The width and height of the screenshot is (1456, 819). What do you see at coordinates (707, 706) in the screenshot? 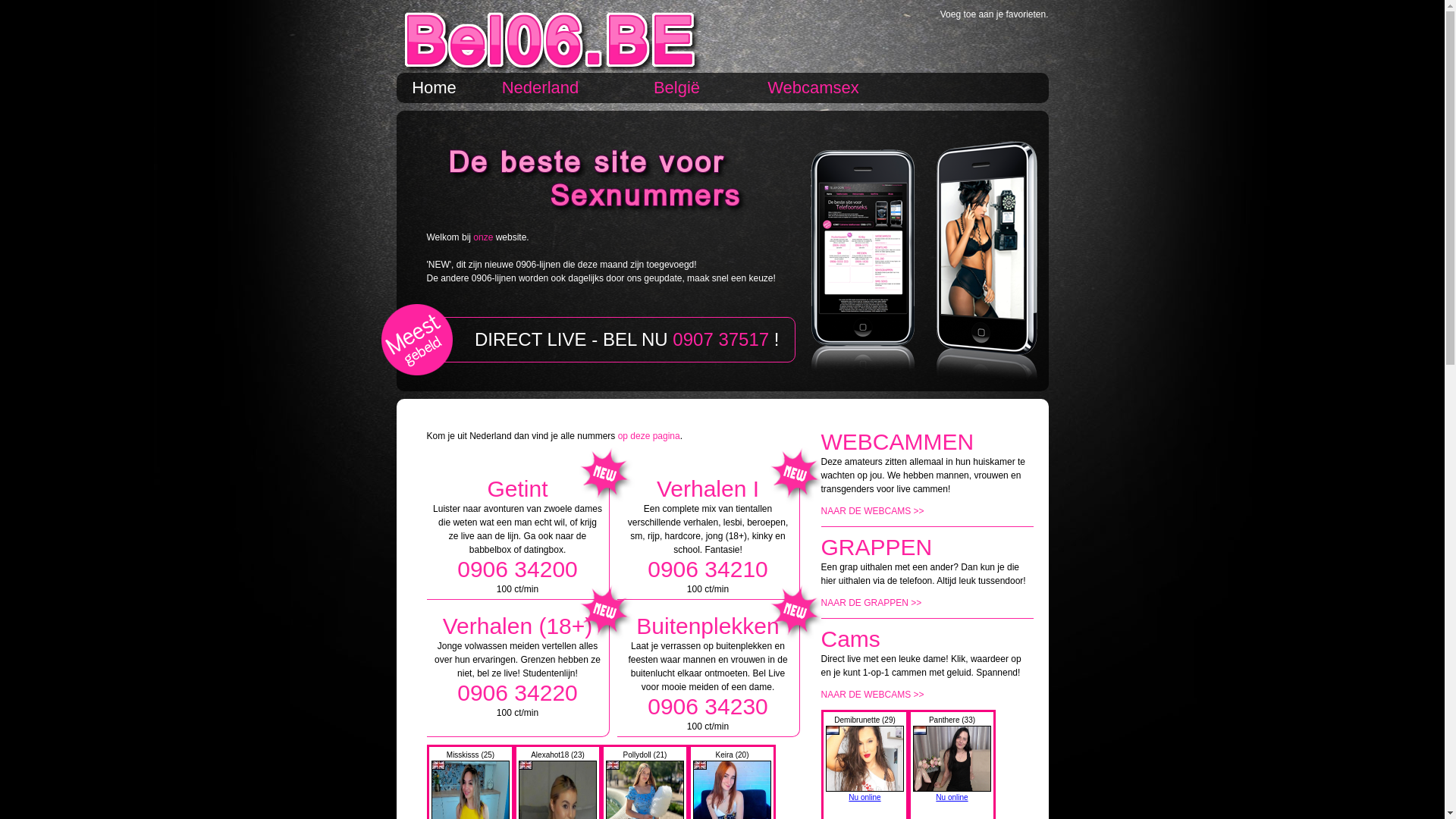
I see `'0906 34230'` at bounding box center [707, 706].